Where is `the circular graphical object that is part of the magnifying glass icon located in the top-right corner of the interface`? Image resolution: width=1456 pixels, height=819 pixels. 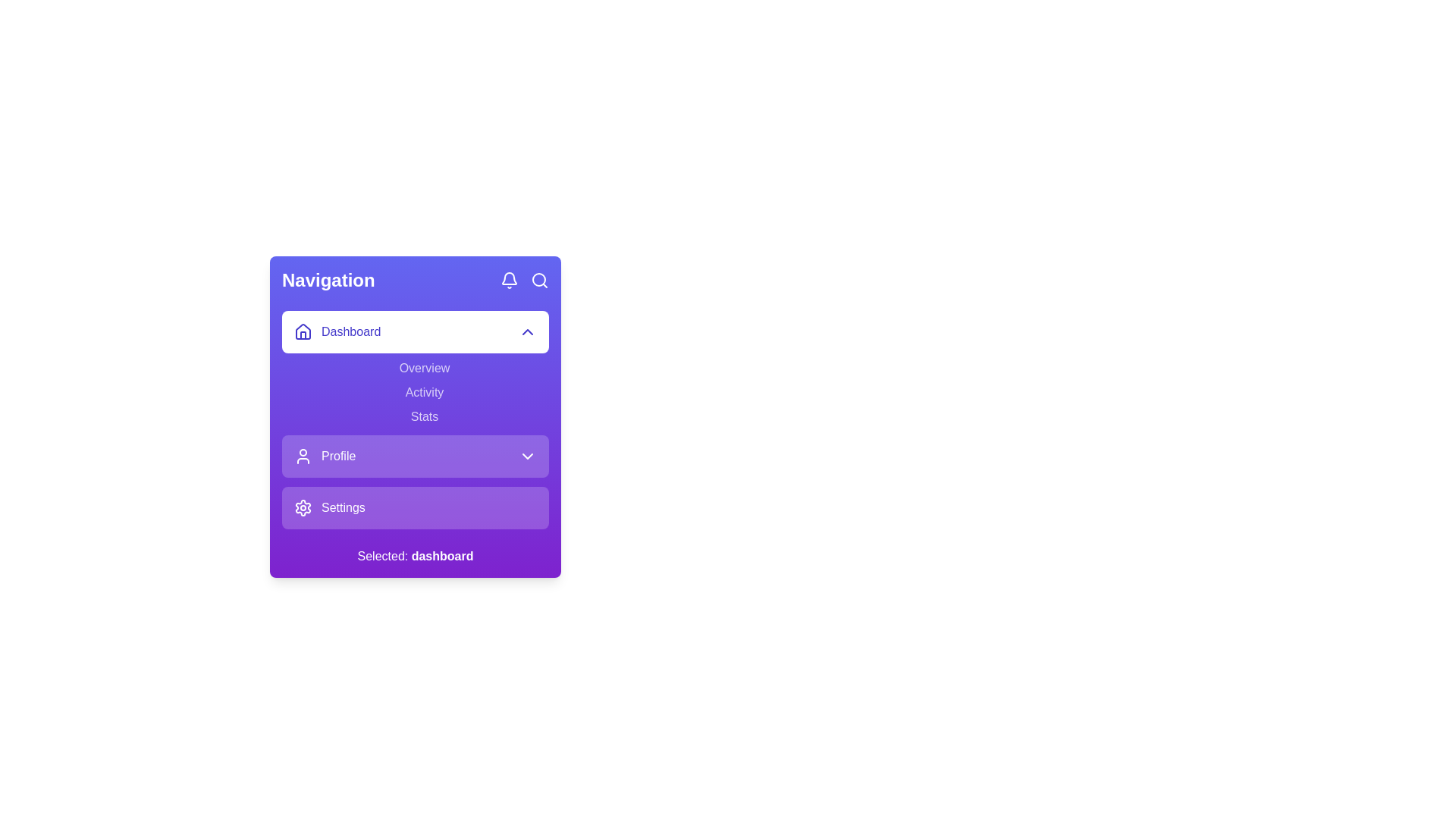 the circular graphical object that is part of the magnifying glass icon located in the top-right corner of the interface is located at coordinates (538, 280).